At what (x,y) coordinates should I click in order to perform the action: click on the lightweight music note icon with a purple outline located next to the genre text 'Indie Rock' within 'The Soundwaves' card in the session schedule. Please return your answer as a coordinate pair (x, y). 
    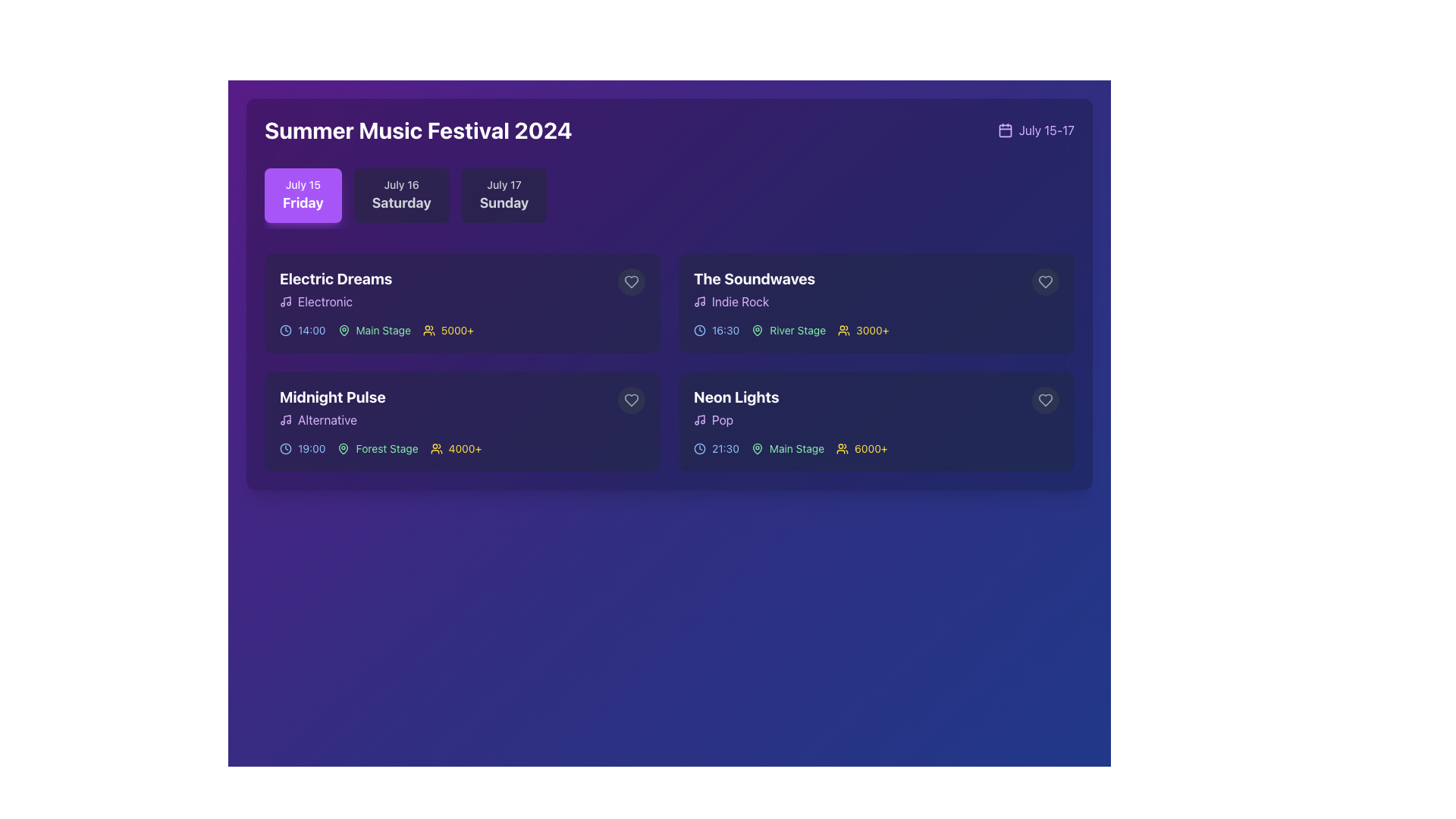
    Looking at the image, I should click on (698, 301).